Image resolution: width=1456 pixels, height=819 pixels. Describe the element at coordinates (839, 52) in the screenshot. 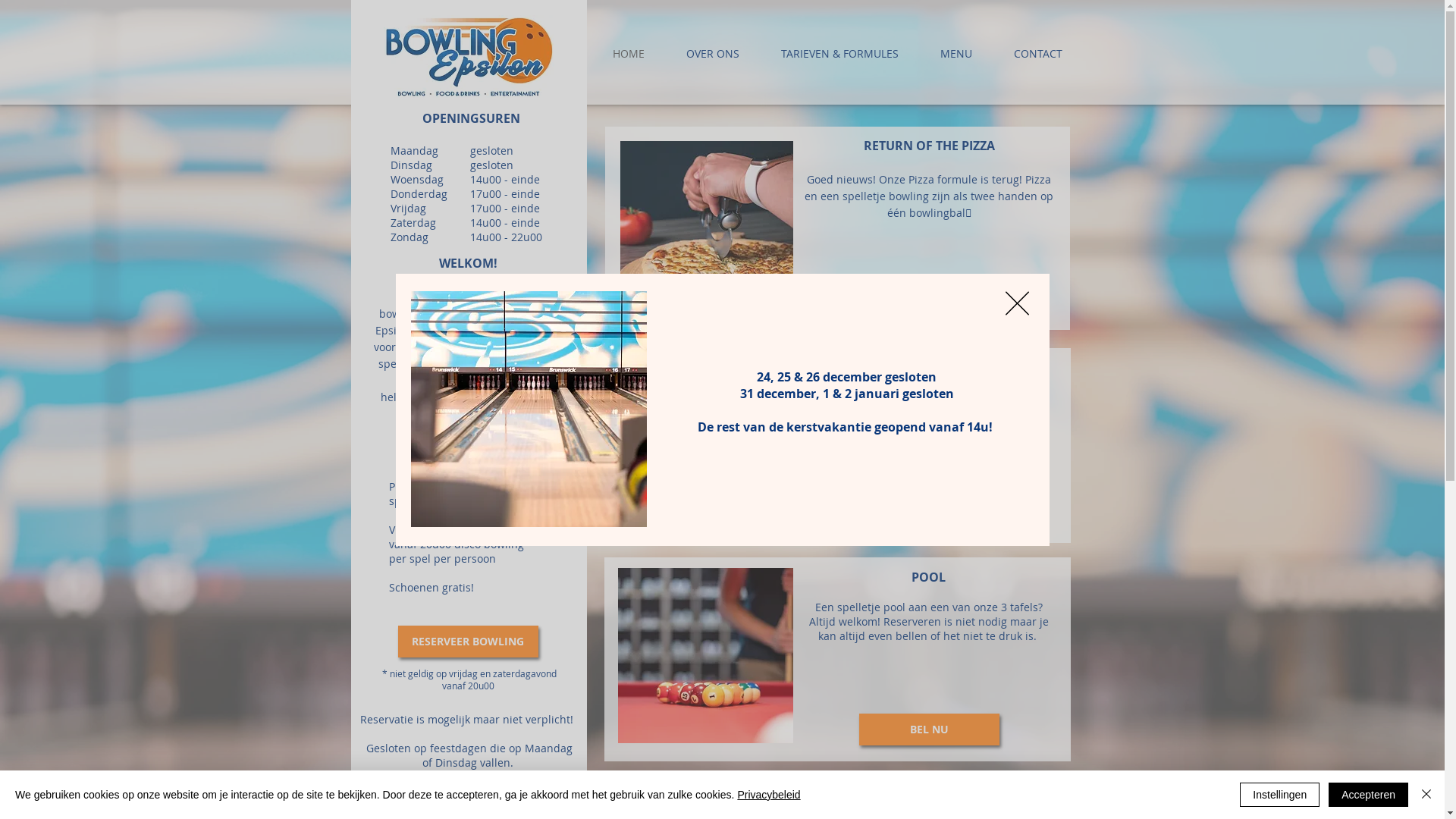

I see `'TARIEVEN & FORMULES'` at that location.